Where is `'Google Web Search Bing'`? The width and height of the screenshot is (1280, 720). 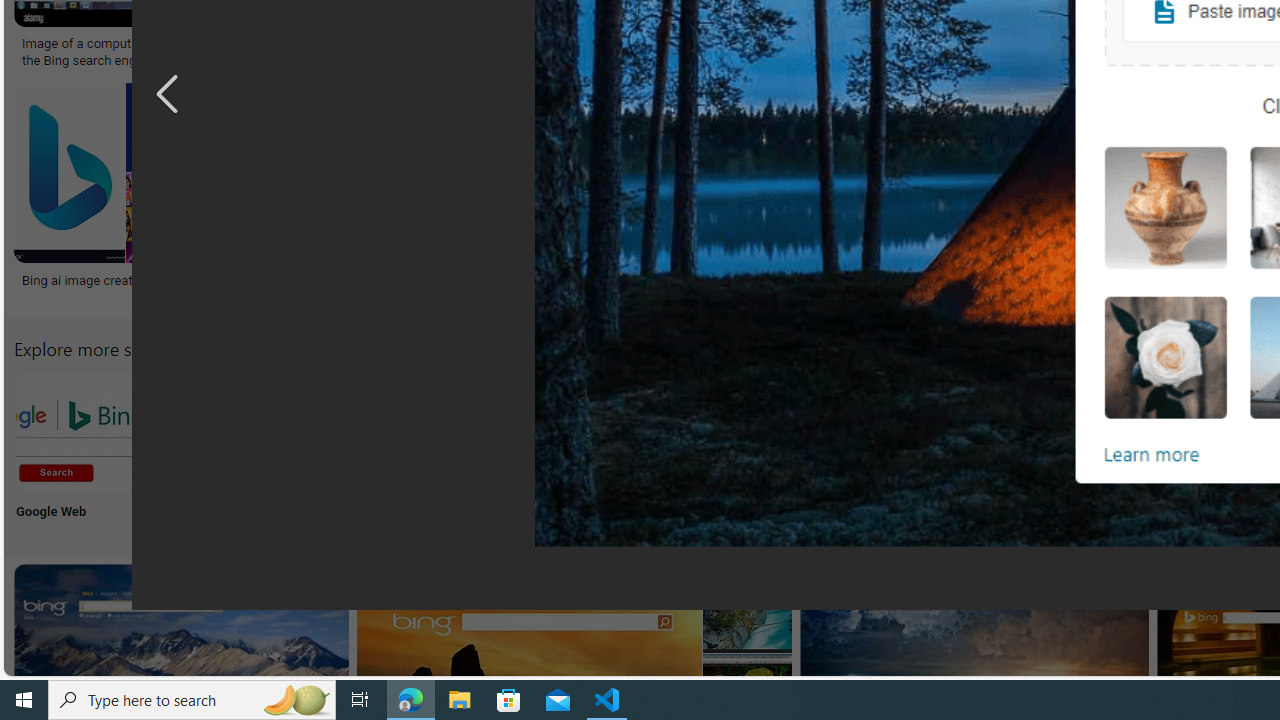 'Google Web Search Bing' is located at coordinates (75, 431).